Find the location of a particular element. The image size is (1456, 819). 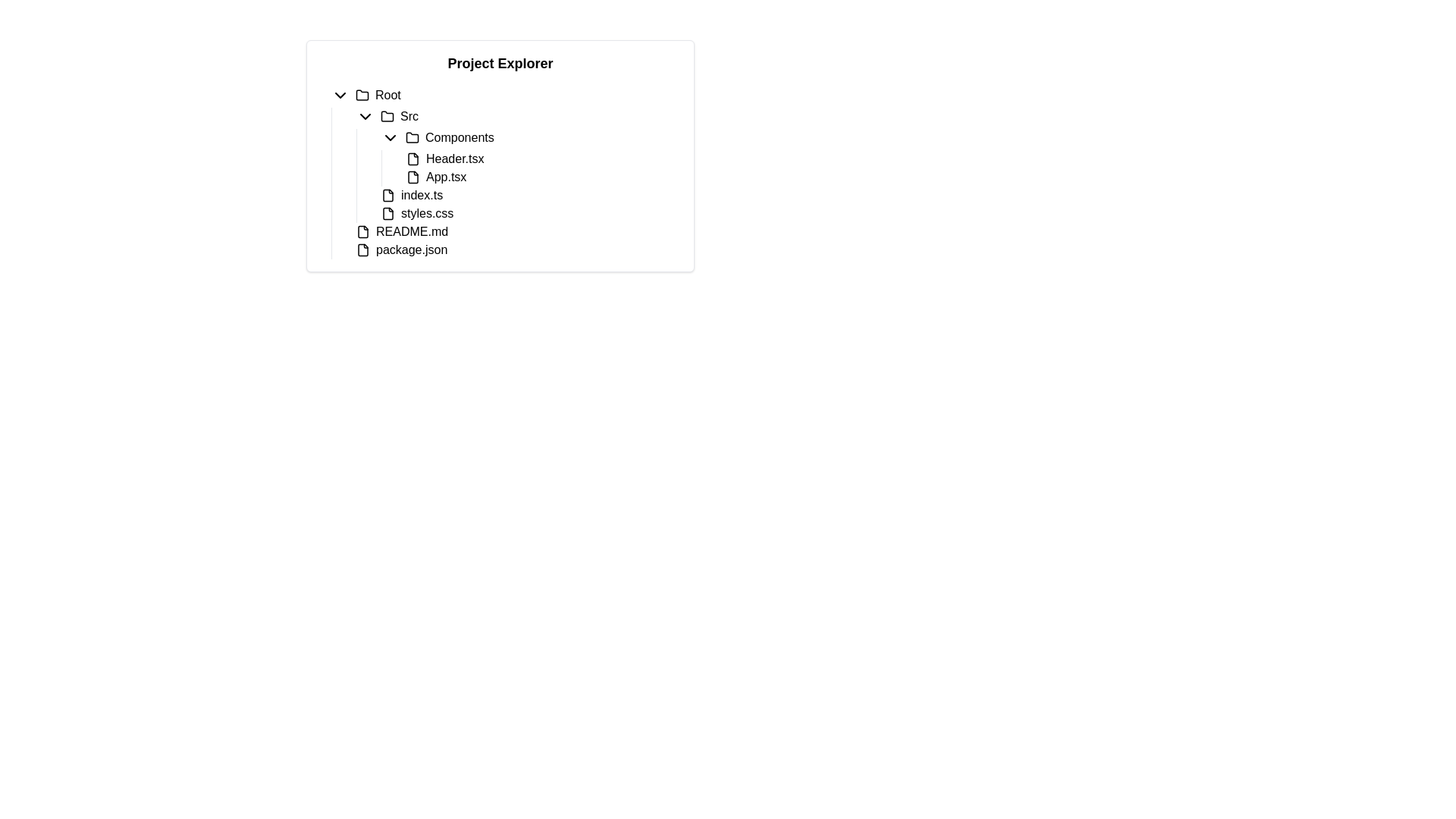

the folder icon representing the 'Src' folder is located at coordinates (387, 115).